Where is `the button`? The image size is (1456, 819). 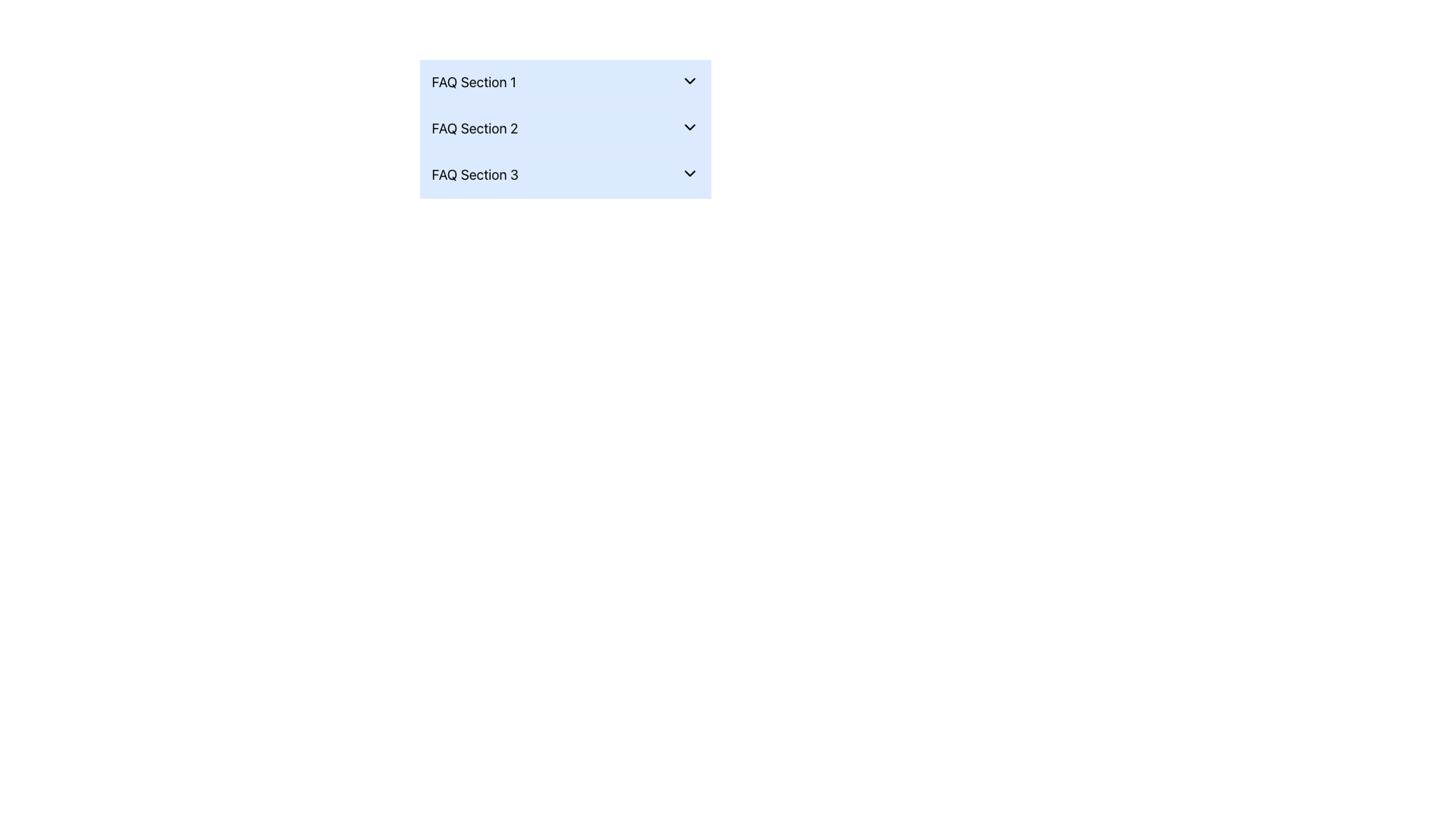
the button is located at coordinates (564, 127).